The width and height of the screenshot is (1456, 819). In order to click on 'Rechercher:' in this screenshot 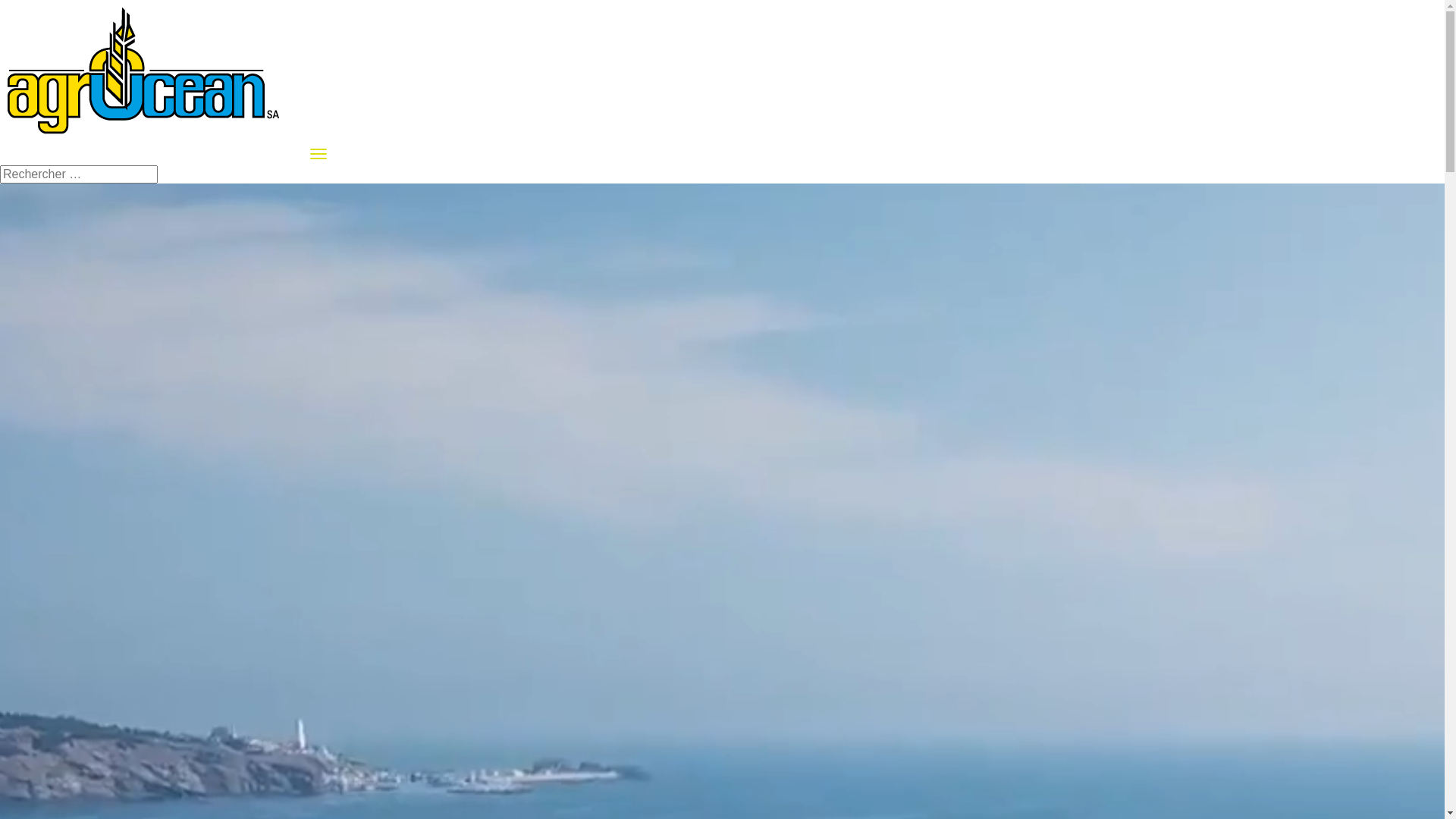, I will do `click(78, 174)`.